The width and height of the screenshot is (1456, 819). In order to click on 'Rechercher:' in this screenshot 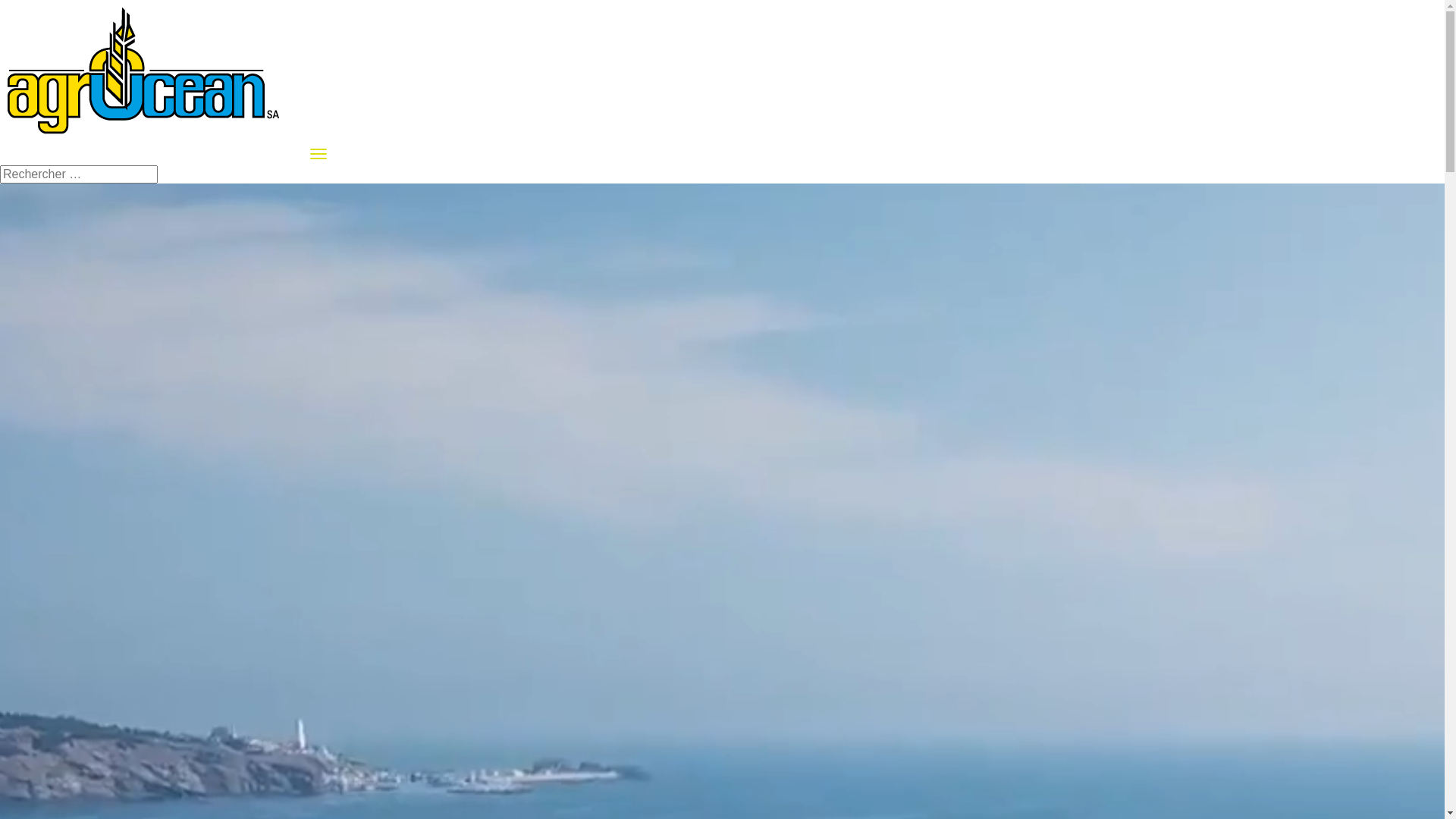, I will do `click(78, 174)`.